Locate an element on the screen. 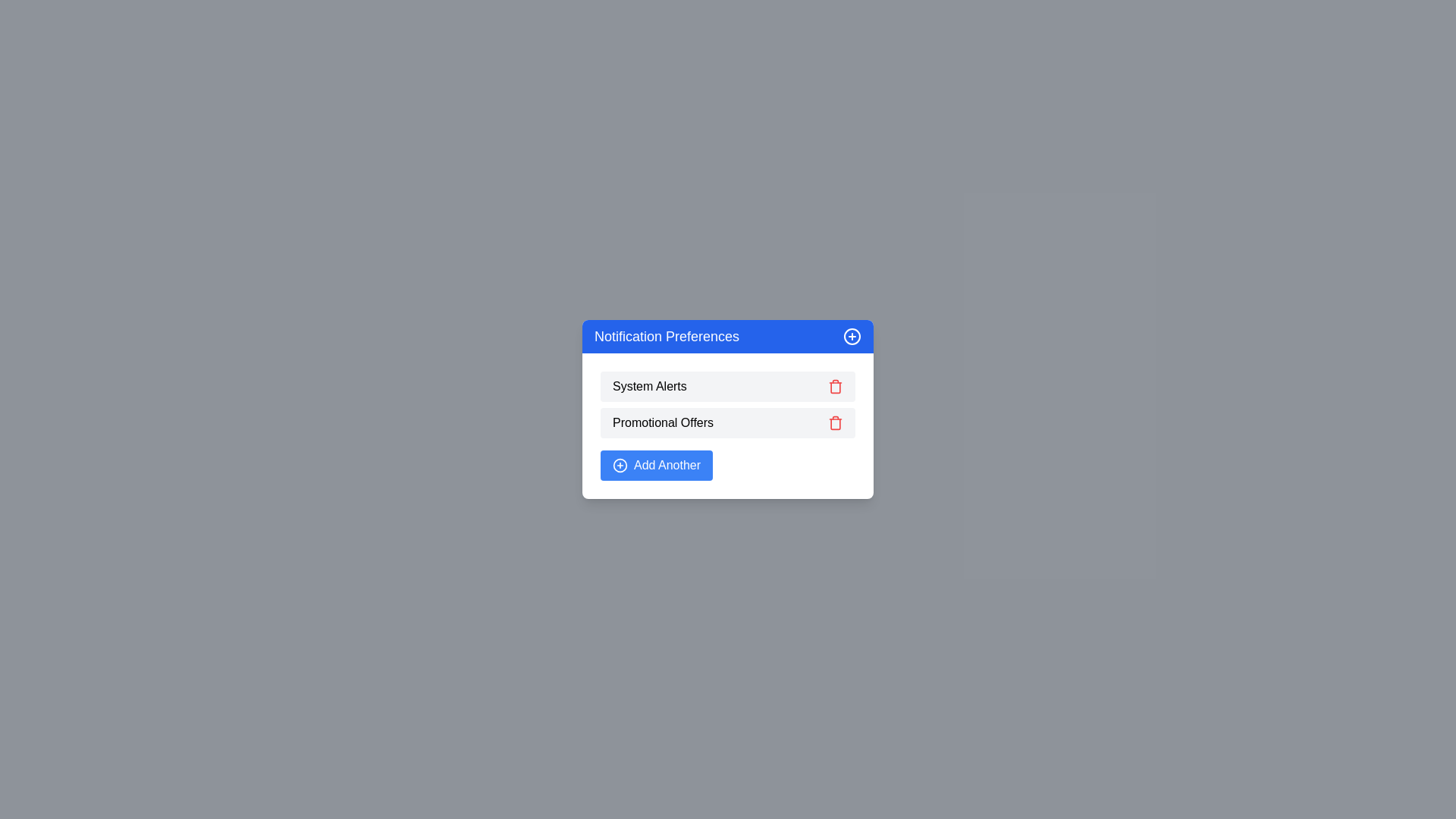 Image resolution: width=1456 pixels, height=819 pixels. the second row of the notification options, which lists 'Promotional Offers' and has a trash icon styled in red is located at coordinates (728, 426).